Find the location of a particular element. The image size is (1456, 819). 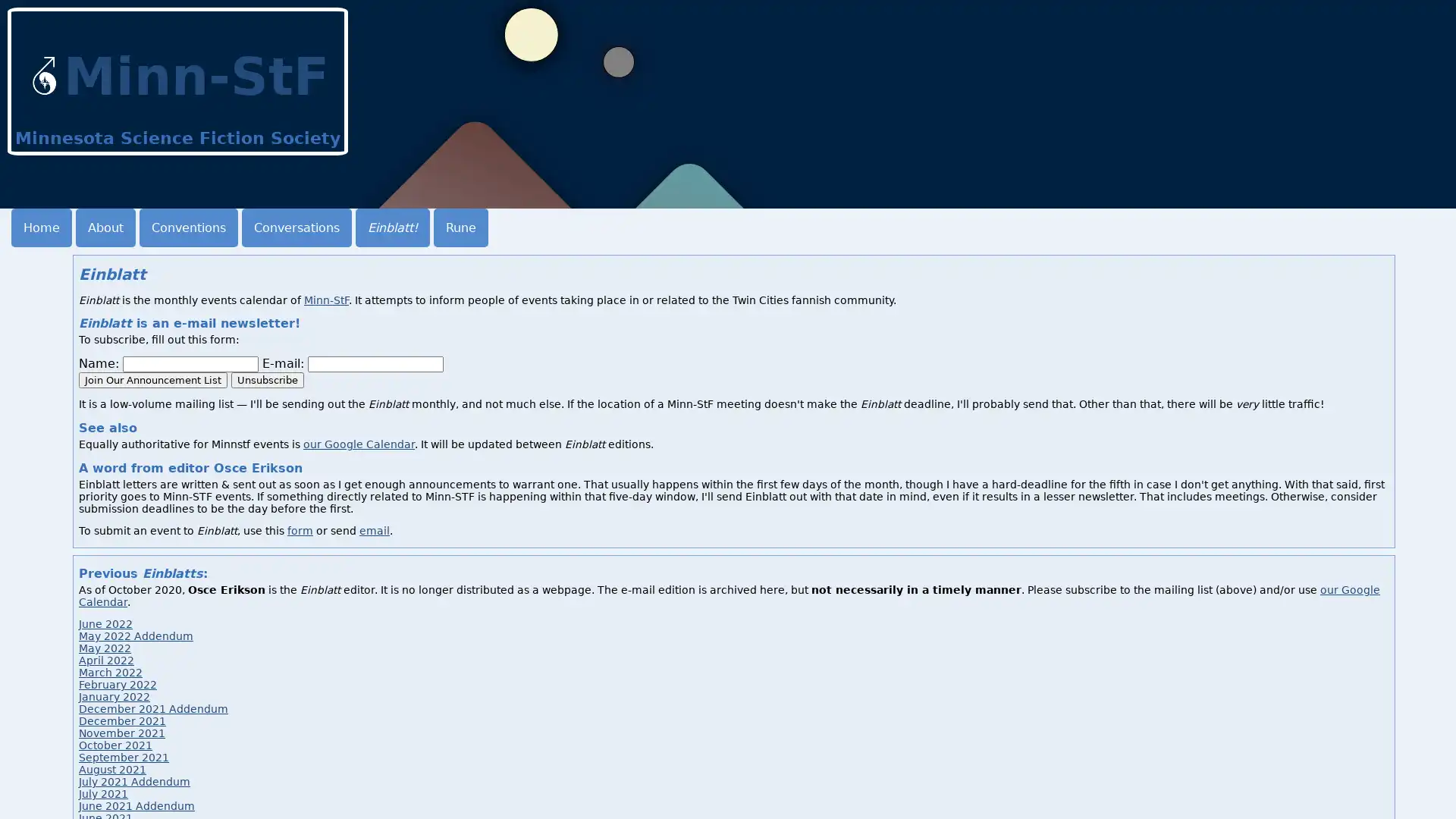

Unsubscribe is located at coordinates (268, 378).